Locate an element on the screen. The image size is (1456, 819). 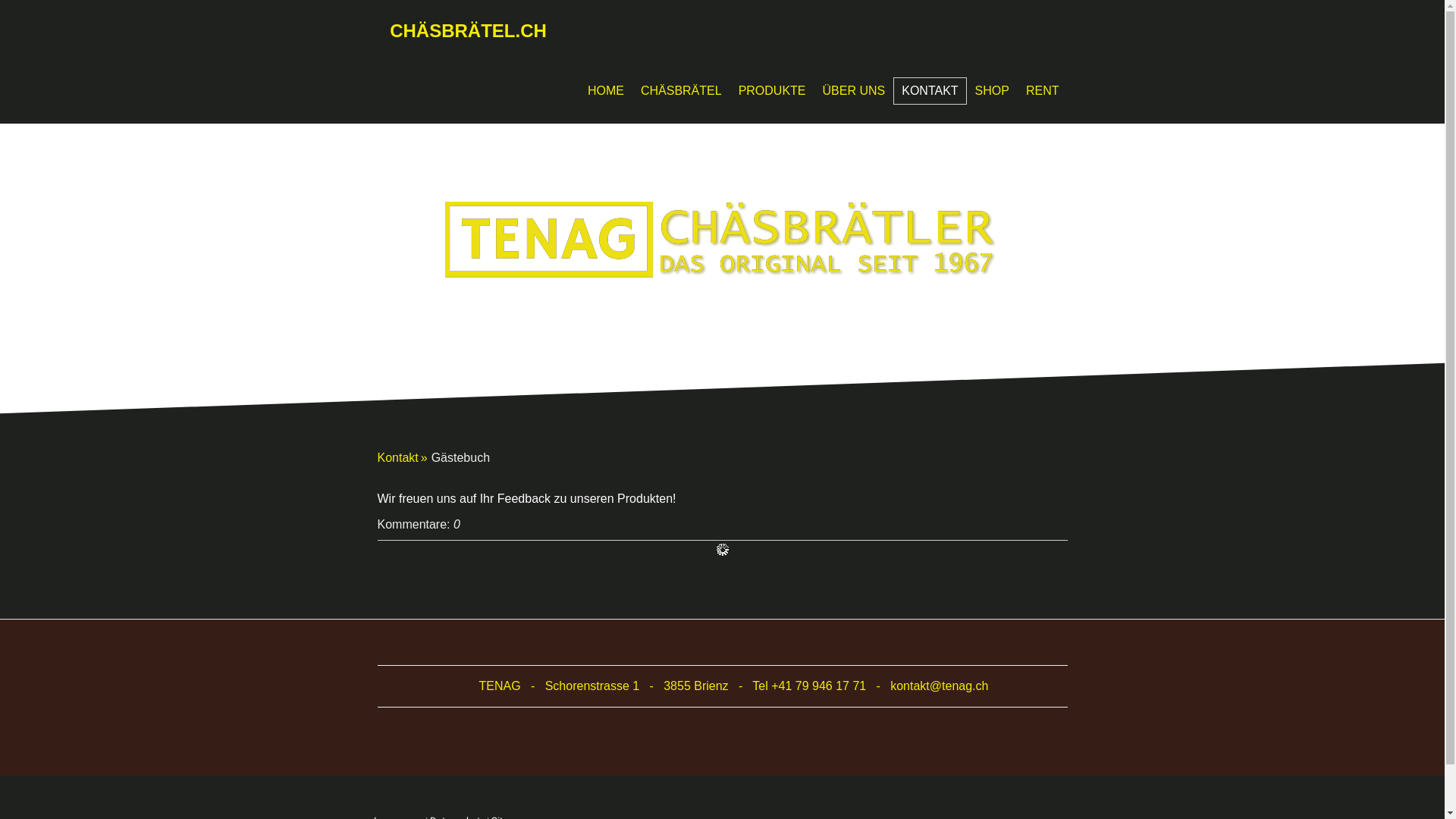
'RENT' is located at coordinates (1041, 90).